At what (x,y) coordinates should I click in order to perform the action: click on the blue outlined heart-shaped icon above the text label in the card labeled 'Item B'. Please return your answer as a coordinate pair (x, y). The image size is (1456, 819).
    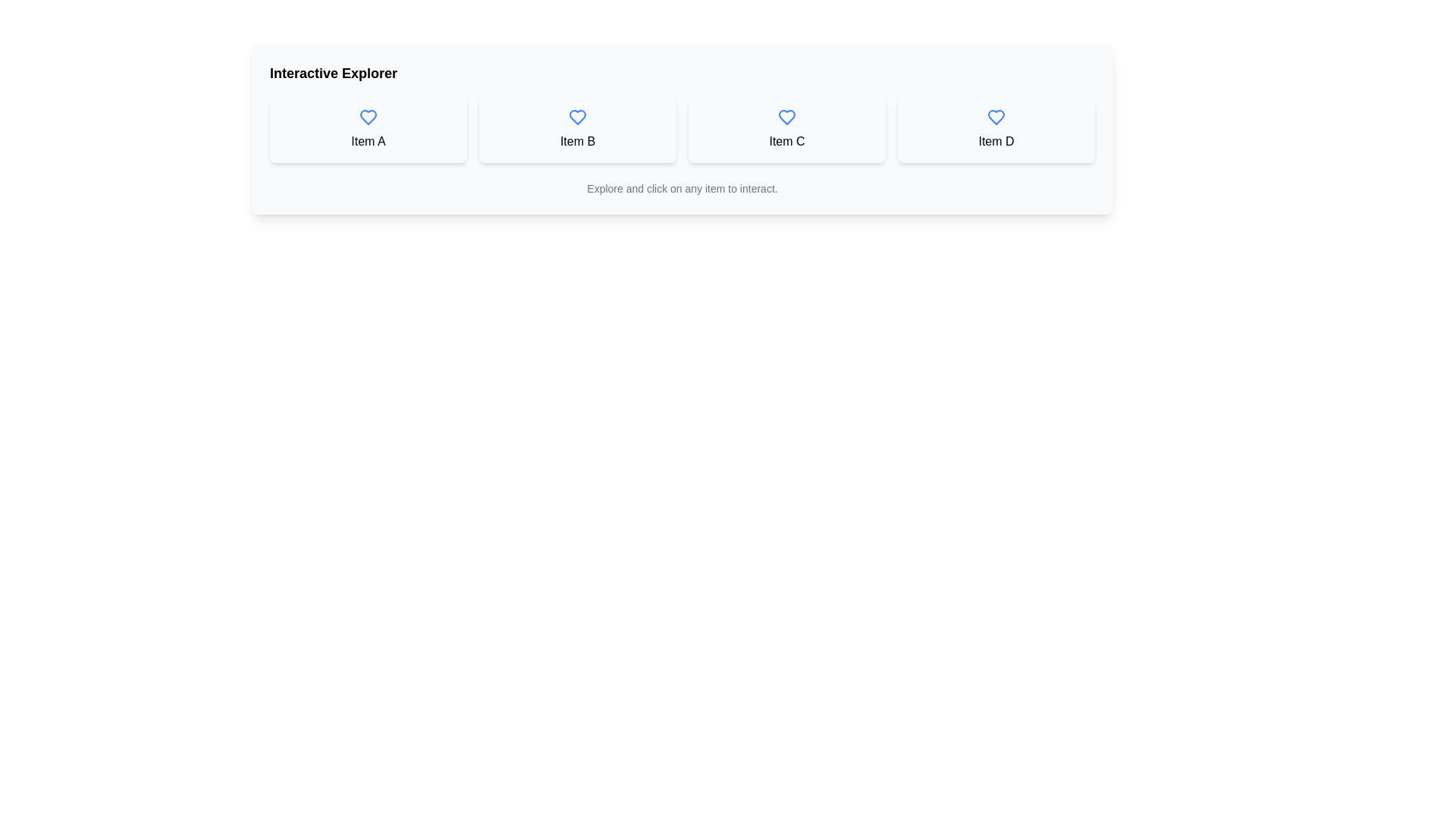
    Looking at the image, I should click on (577, 116).